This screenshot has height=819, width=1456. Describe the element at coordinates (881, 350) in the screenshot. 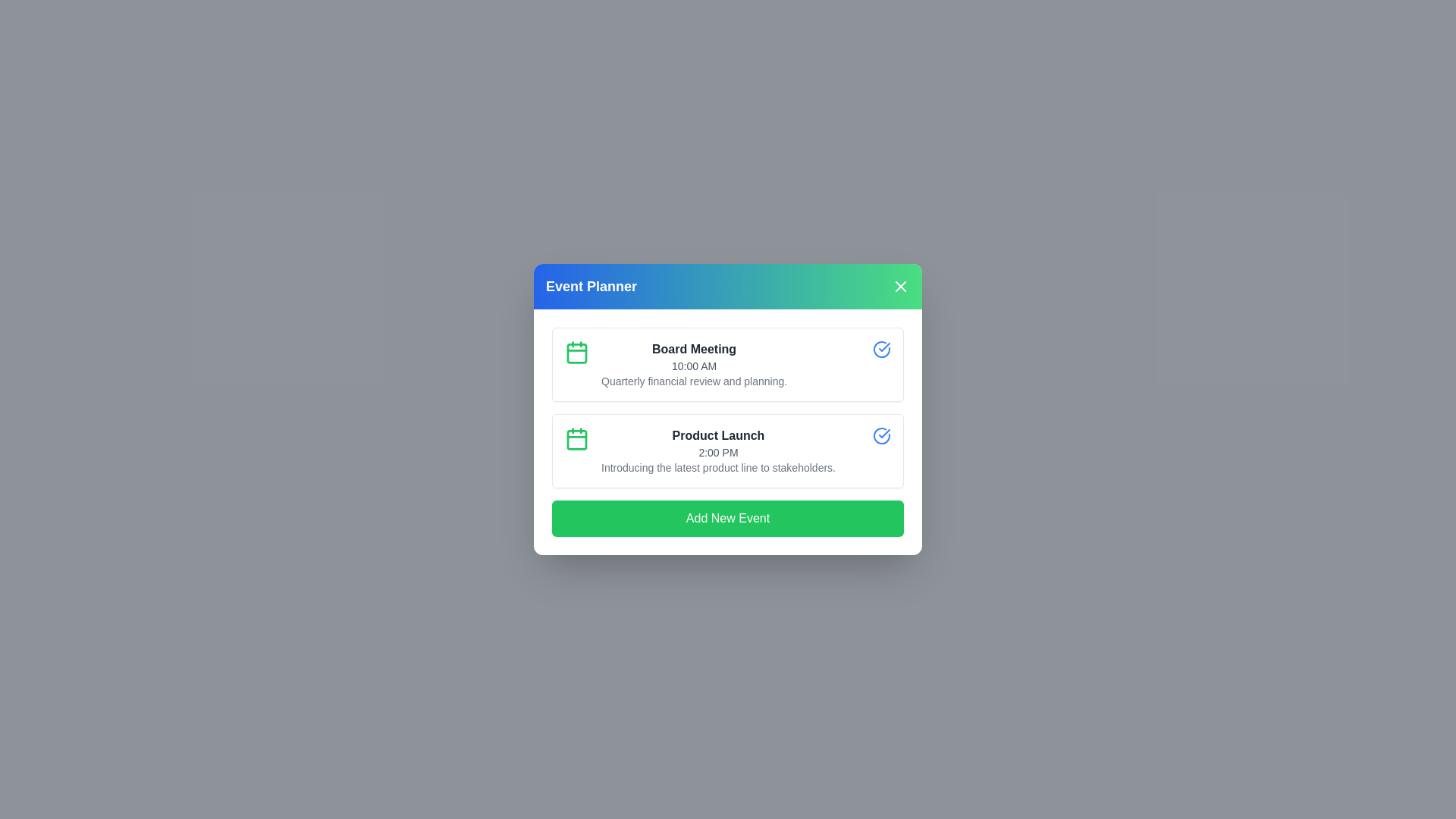

I see `the blue checkmark icon inside the circular icon located on the right side of the 'Product Launch' event entry` at that location.